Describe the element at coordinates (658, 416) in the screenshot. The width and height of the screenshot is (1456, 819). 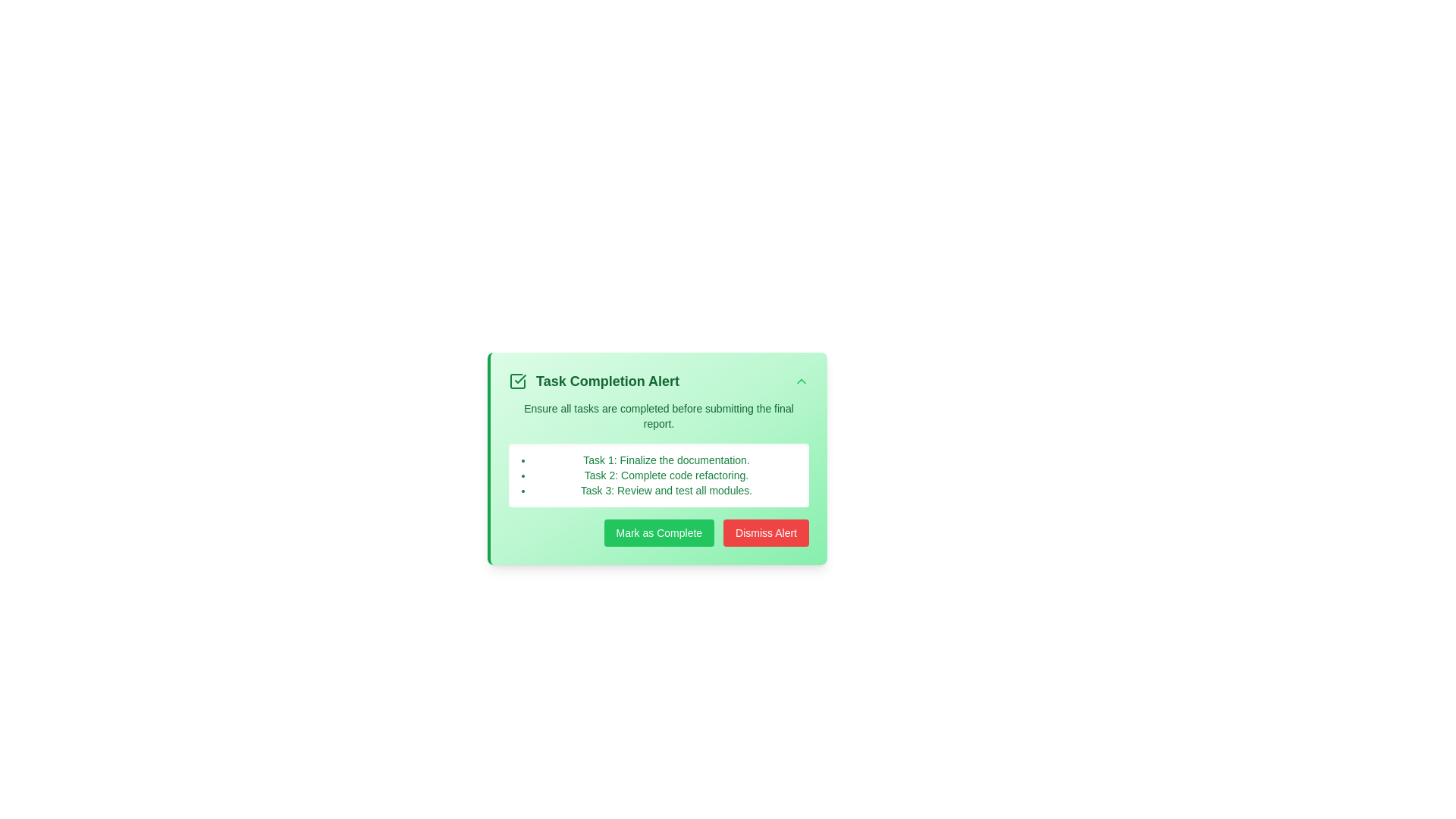
I see `the task completion instructions text` at that location.